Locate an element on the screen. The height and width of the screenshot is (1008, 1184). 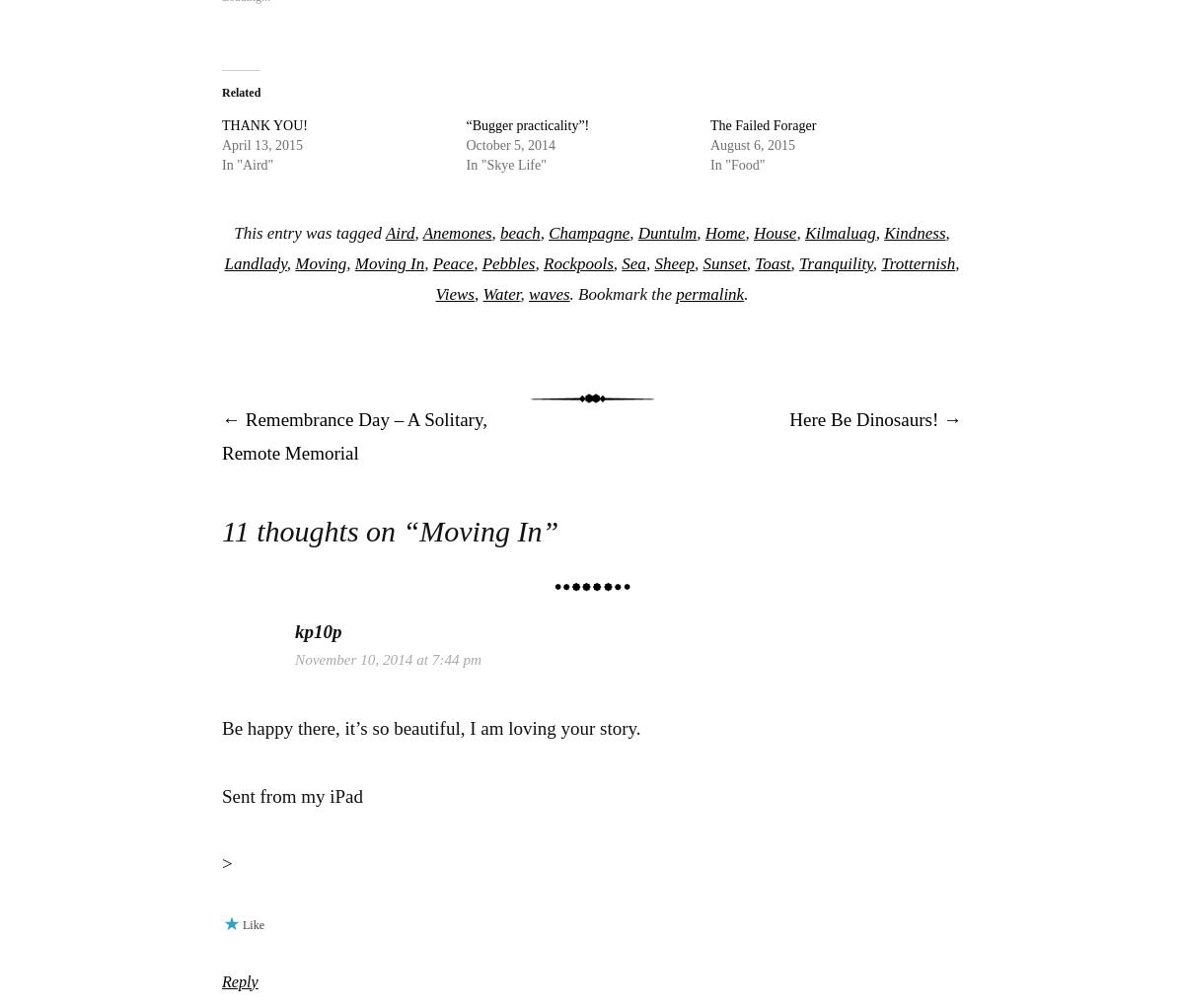
'Post navigation' is located at coordinates (361, 466).